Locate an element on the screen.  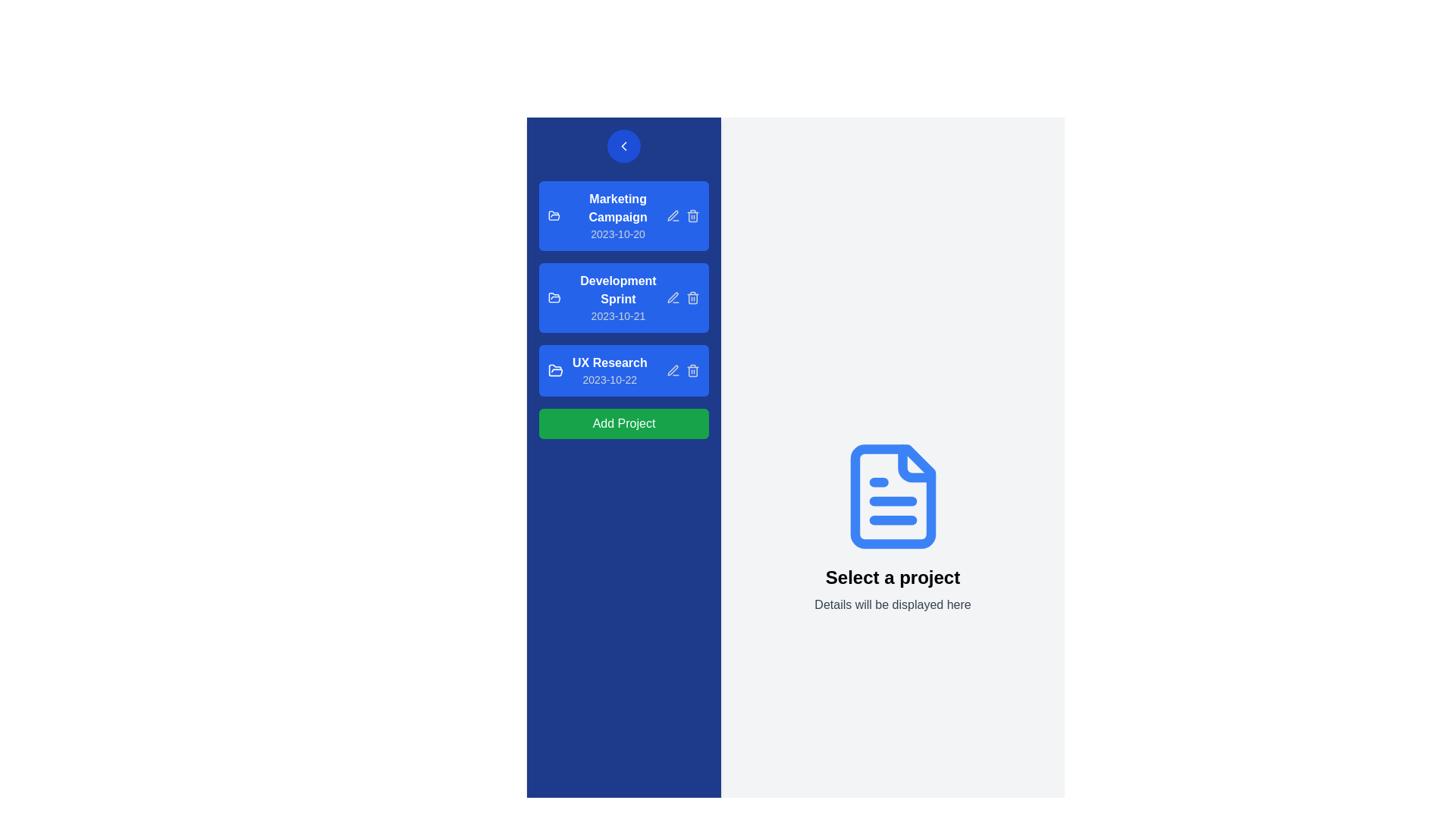
the SVG folder icon representing the 'Development Sprint 2023-10-21' project, located at the leftmost part of the list is located at coordinates (554, 298).